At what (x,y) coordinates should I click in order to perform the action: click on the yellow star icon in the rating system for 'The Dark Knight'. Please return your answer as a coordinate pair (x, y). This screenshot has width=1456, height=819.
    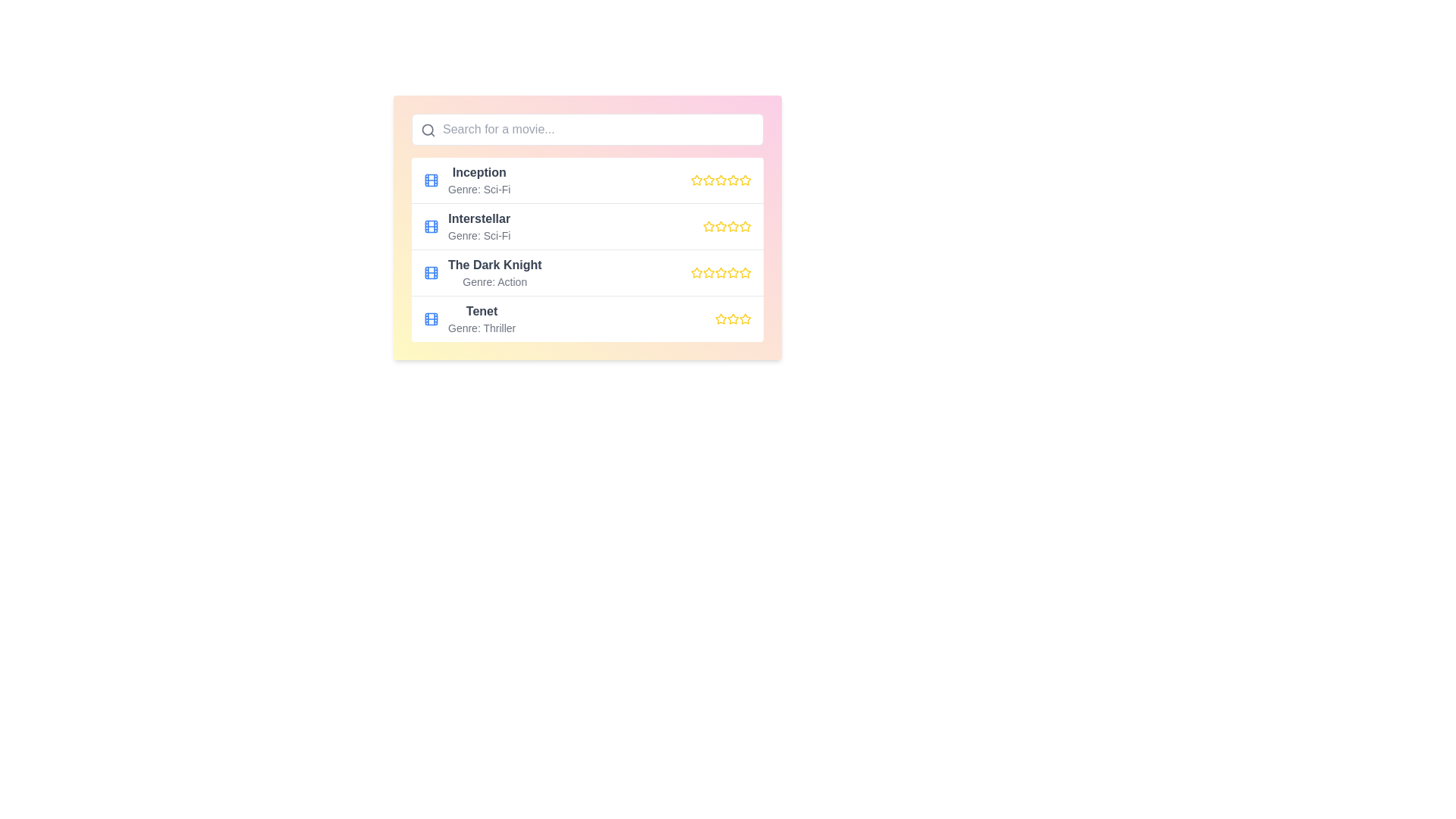
    Looking at the image, I should click on (720, 271).